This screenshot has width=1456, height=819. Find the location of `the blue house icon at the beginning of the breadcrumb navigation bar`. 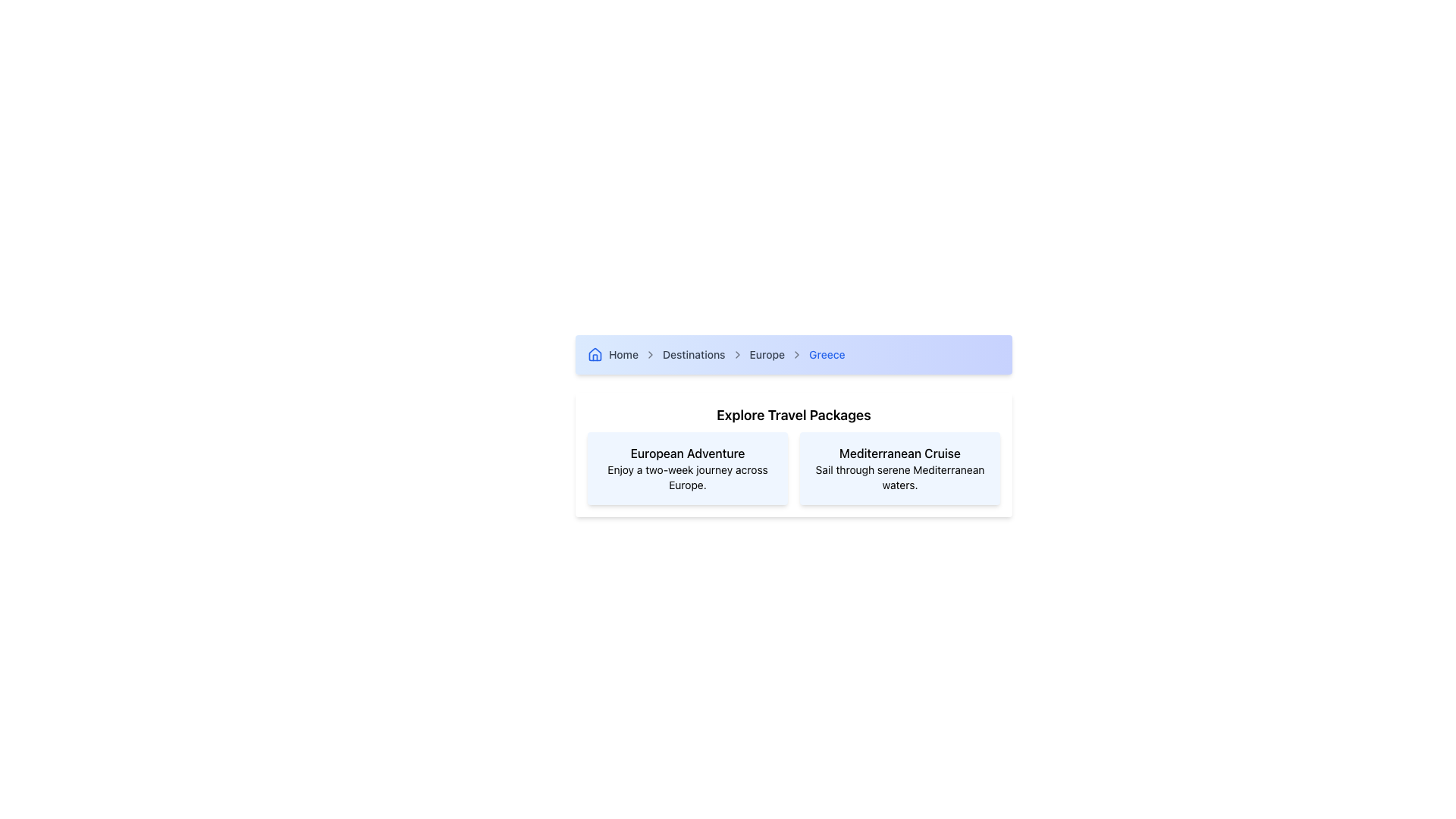

the blue house icon at the beginning of the breadcrumb navigation bar is located at coordinates (595, 354).